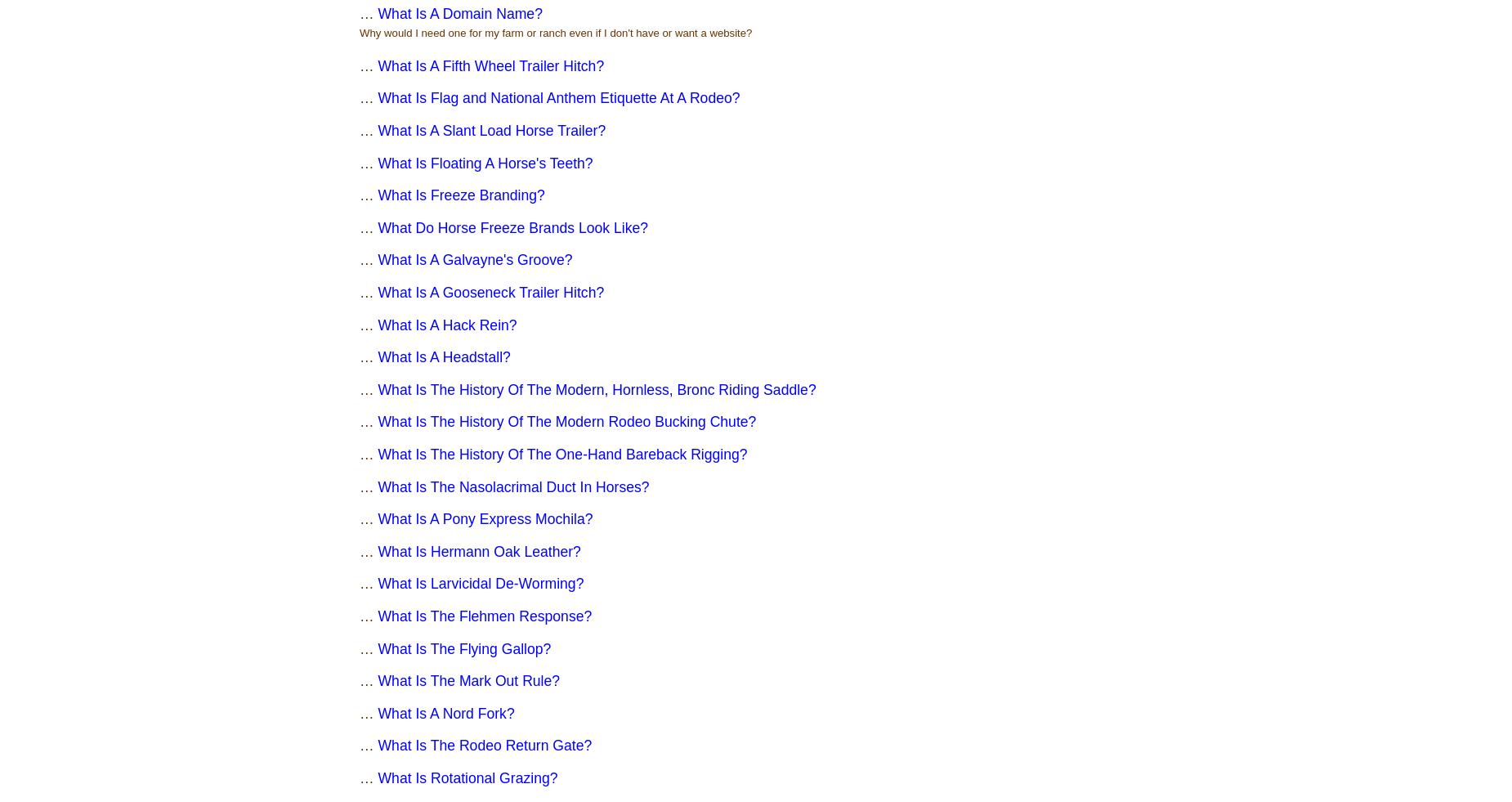 This screenshot has width=1512, height=802. What do you see at coordinates (447, 324) in the screenshot?
I see `'What Is A Hack Rein?'` at bounding box center [447, 324].